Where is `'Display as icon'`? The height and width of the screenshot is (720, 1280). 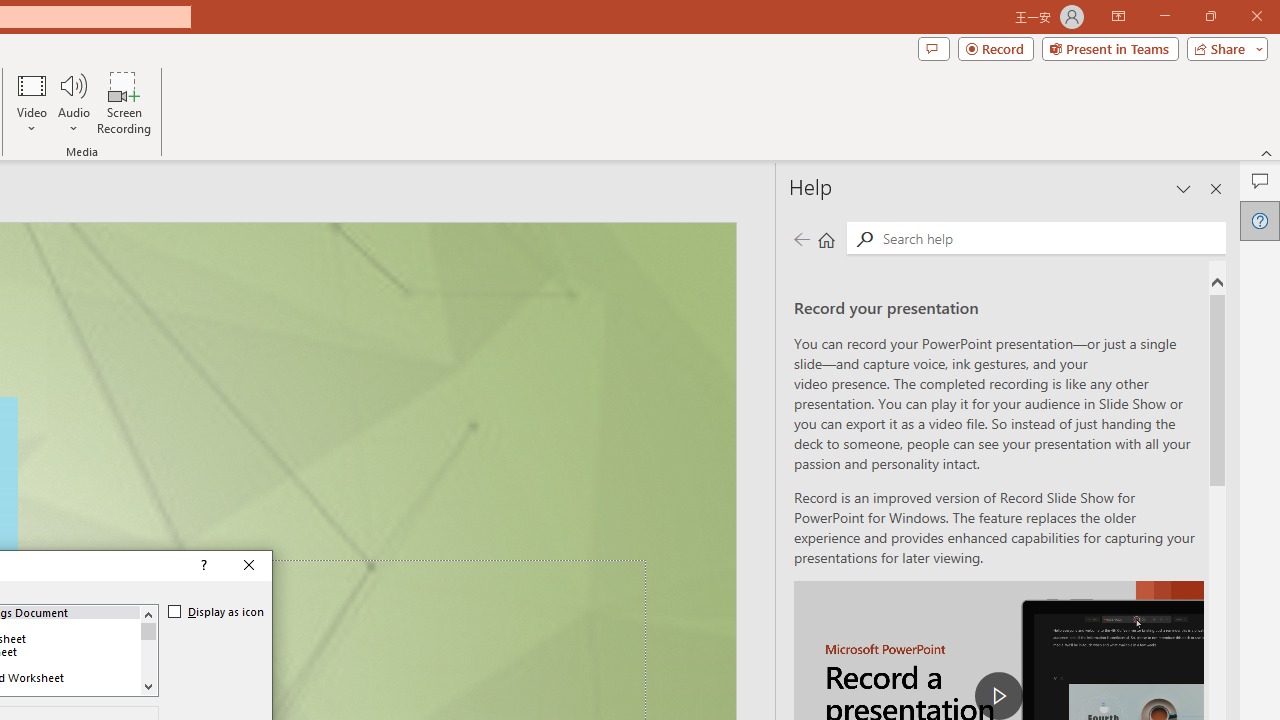
'Display as icon' is located at coordinates (216, 611).